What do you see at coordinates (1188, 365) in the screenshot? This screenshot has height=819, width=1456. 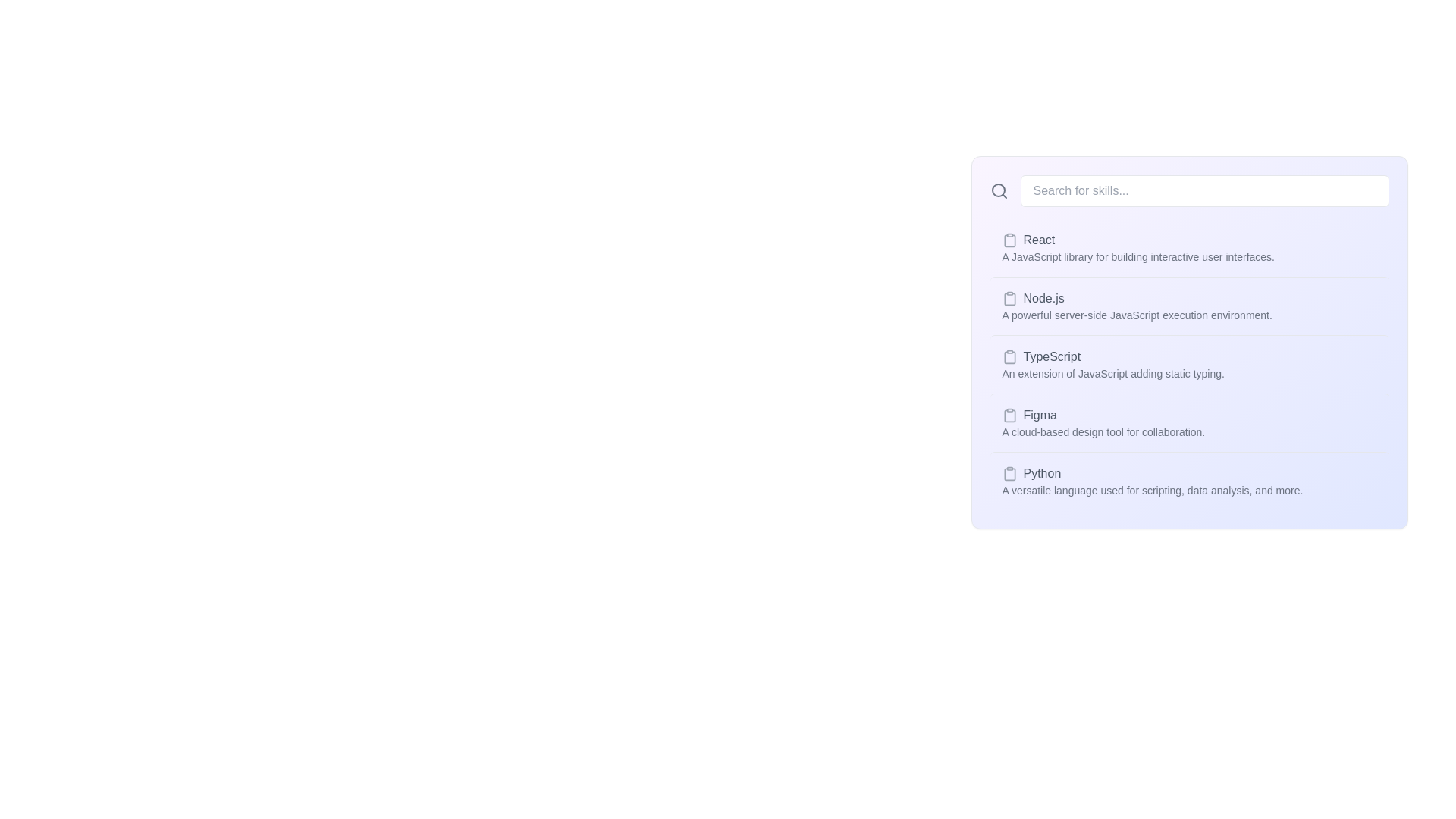 I see `the 'TypeScript' list item, which is the third item in a vertically stacked list` at bounding box center [1188, 365].